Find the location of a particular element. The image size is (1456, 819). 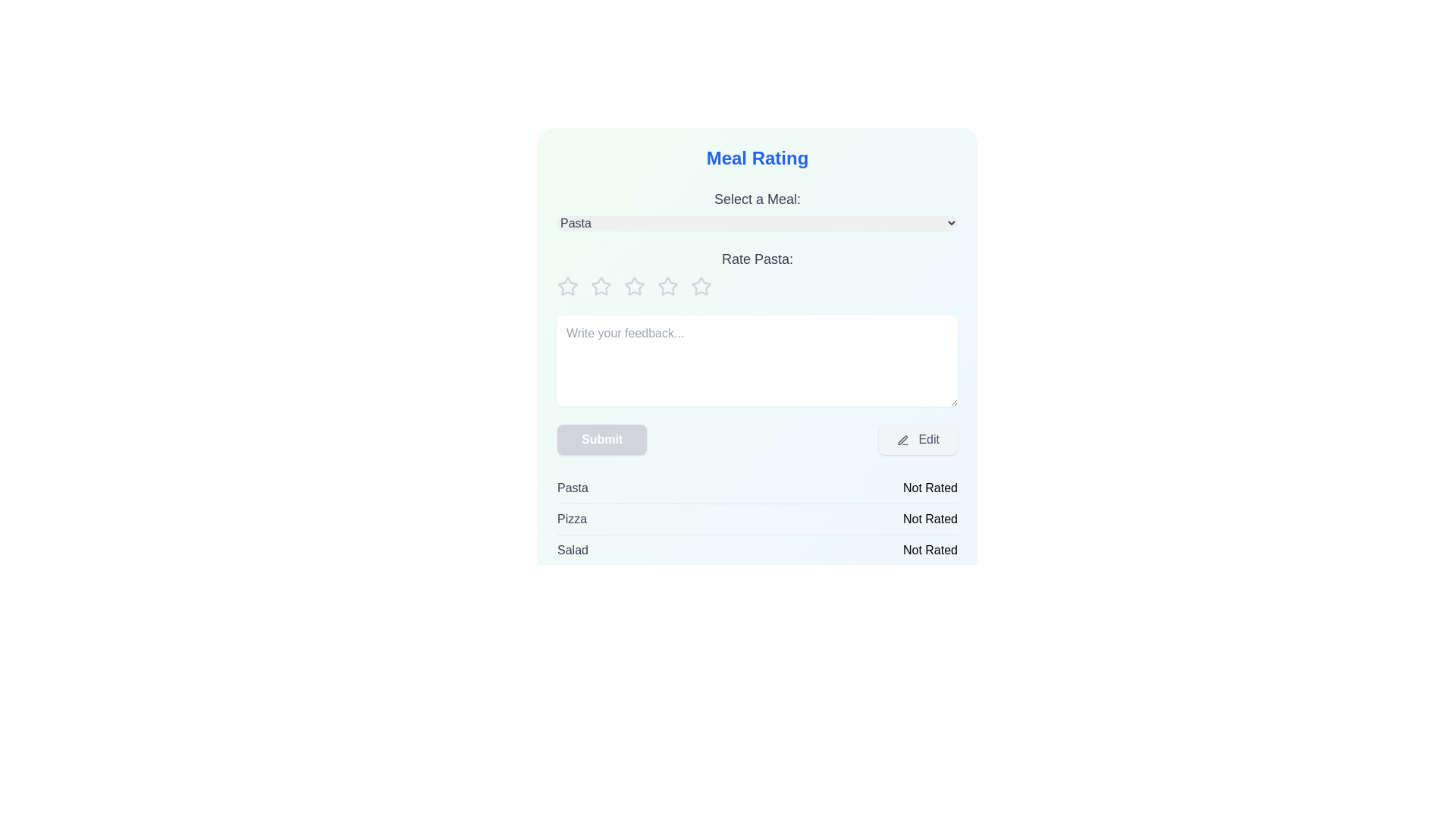

an item from the dropdown menu labeled 'Select a Meal:' which currently shows 'Pasta' is located at coordinates (757, 222).